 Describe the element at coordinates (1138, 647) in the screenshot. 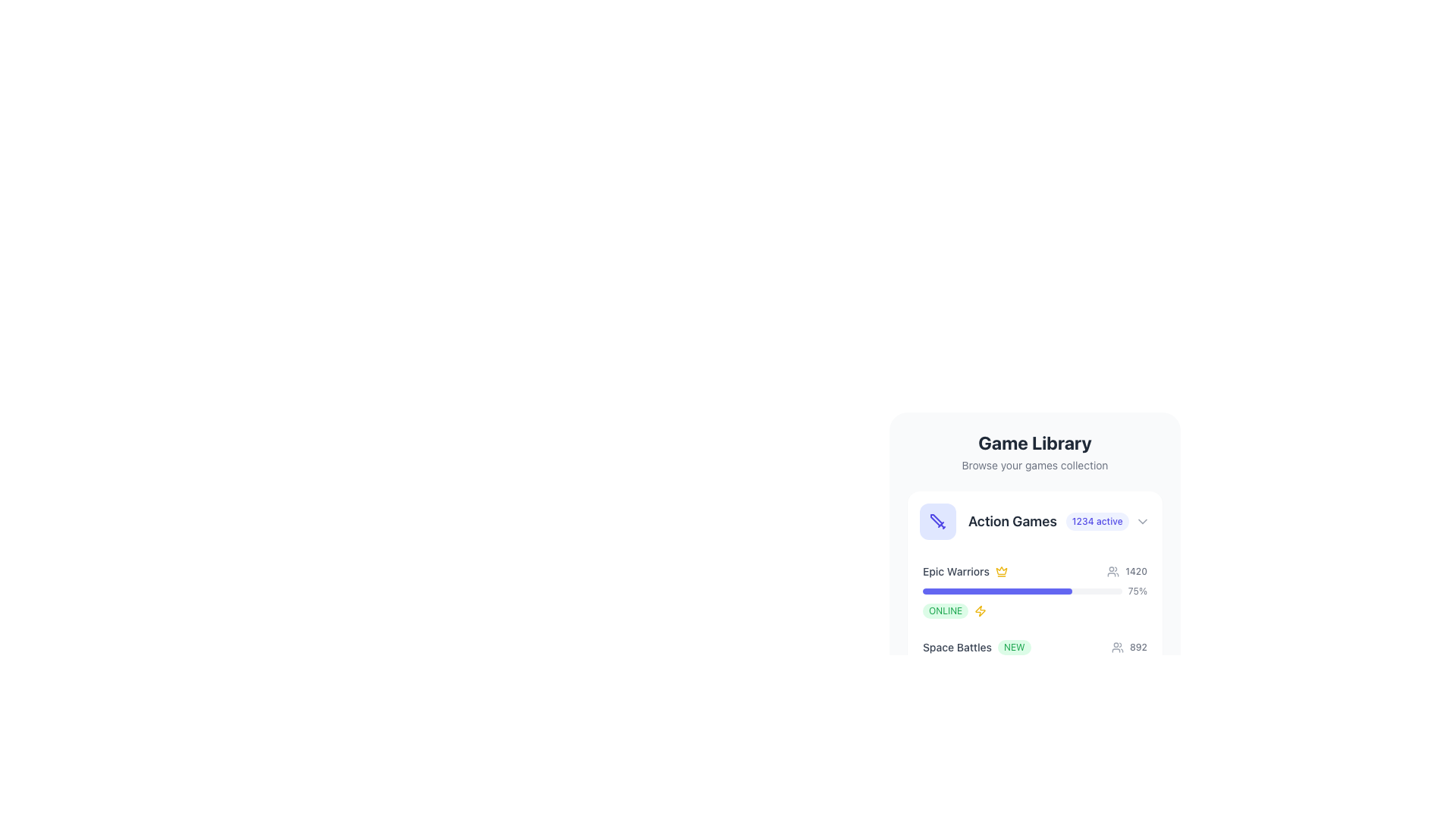

I see `the non-interactive text display component that shows a numeric value for the 'Space Battles' item in the 'Action Games' category, located adjacent to the user silhouettes icon` at that location.